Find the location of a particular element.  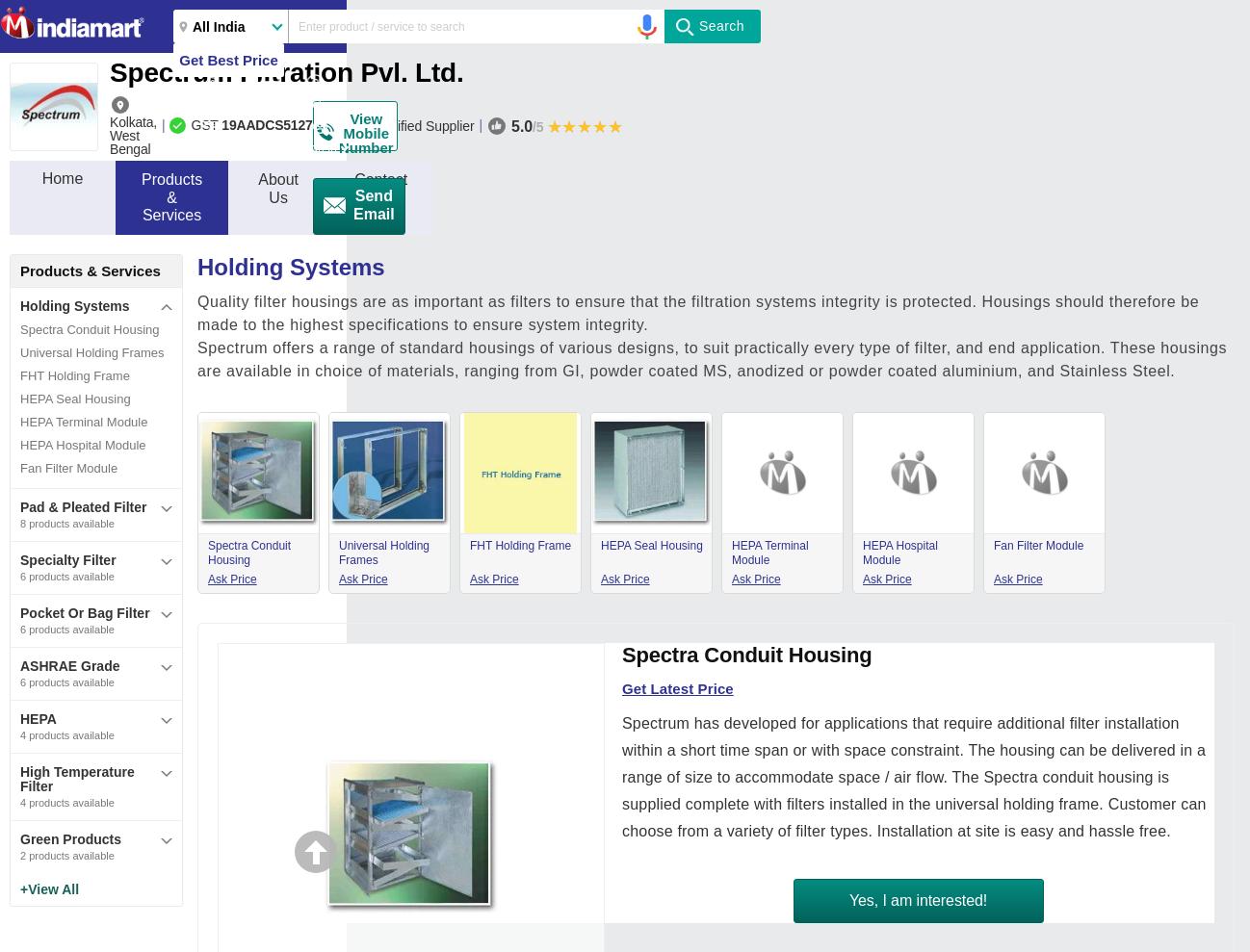

'8 products available' is located at coordinates (66, 522).